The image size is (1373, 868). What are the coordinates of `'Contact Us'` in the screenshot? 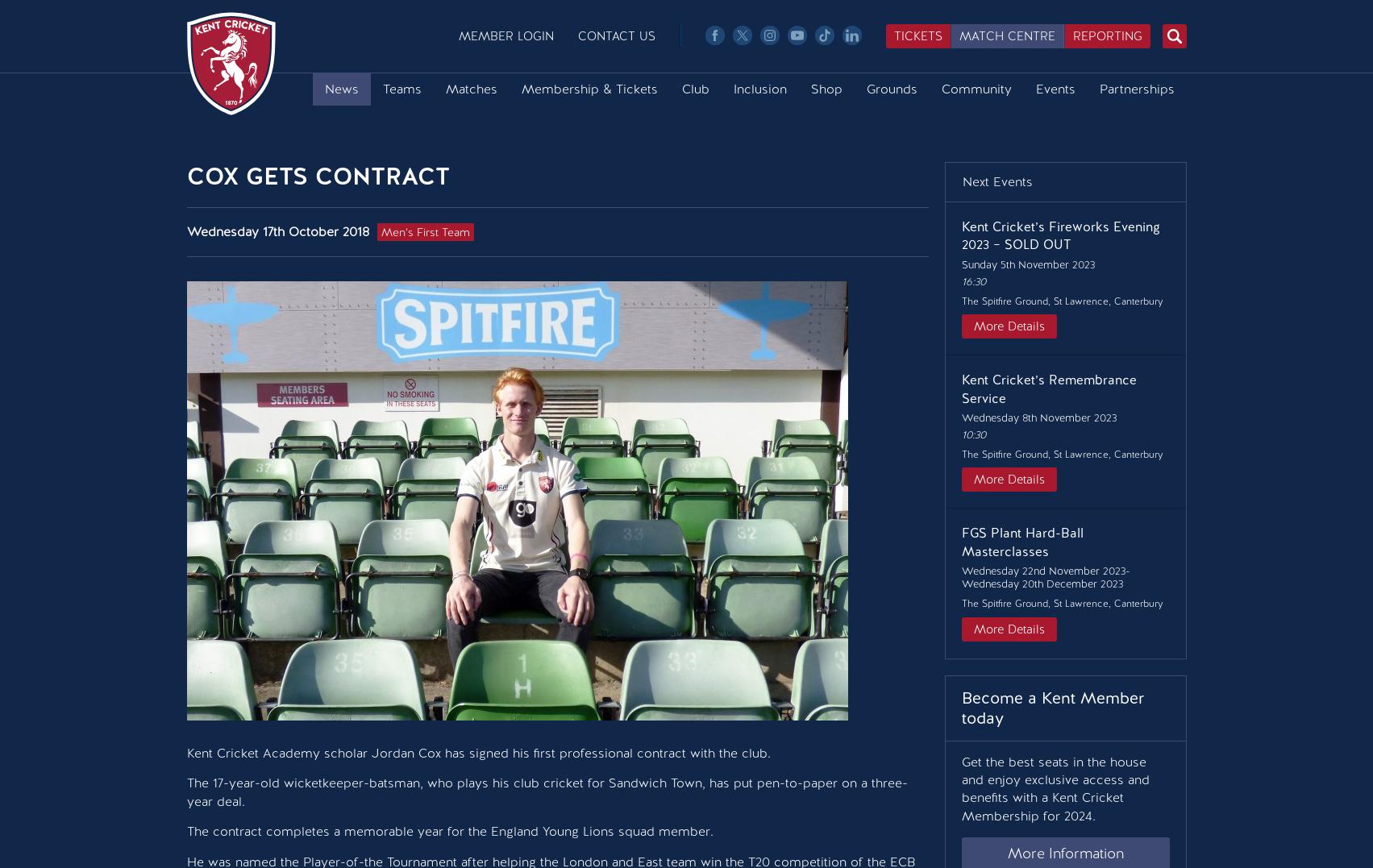 It's located at (615, 36).